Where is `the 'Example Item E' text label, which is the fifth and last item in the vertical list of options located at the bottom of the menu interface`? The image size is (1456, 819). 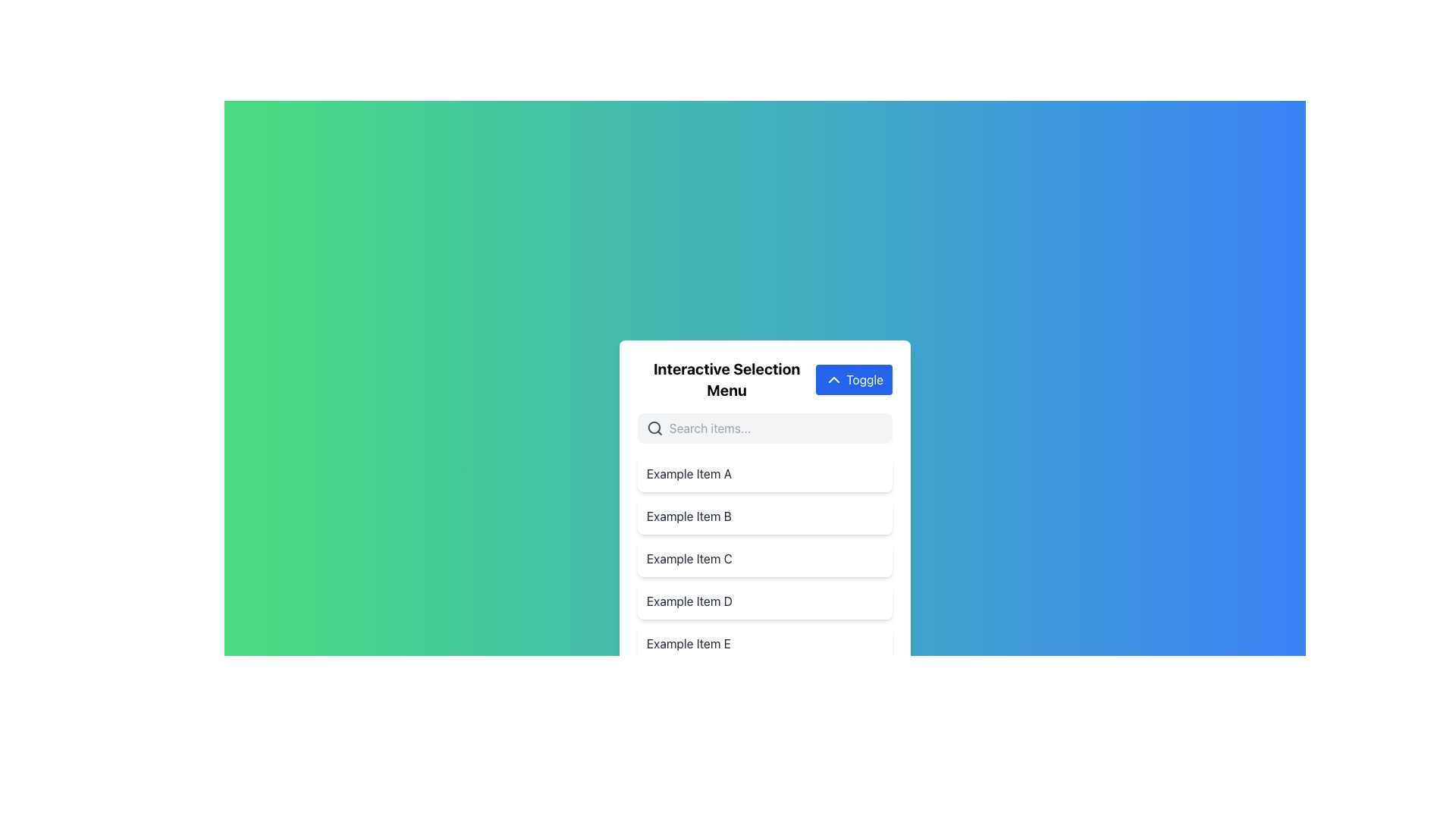 the 'Example Item E' text label, which is the fifth and last item in the vertical list of options located at the bottom of the menu interface is located at coordinates (688, 643).